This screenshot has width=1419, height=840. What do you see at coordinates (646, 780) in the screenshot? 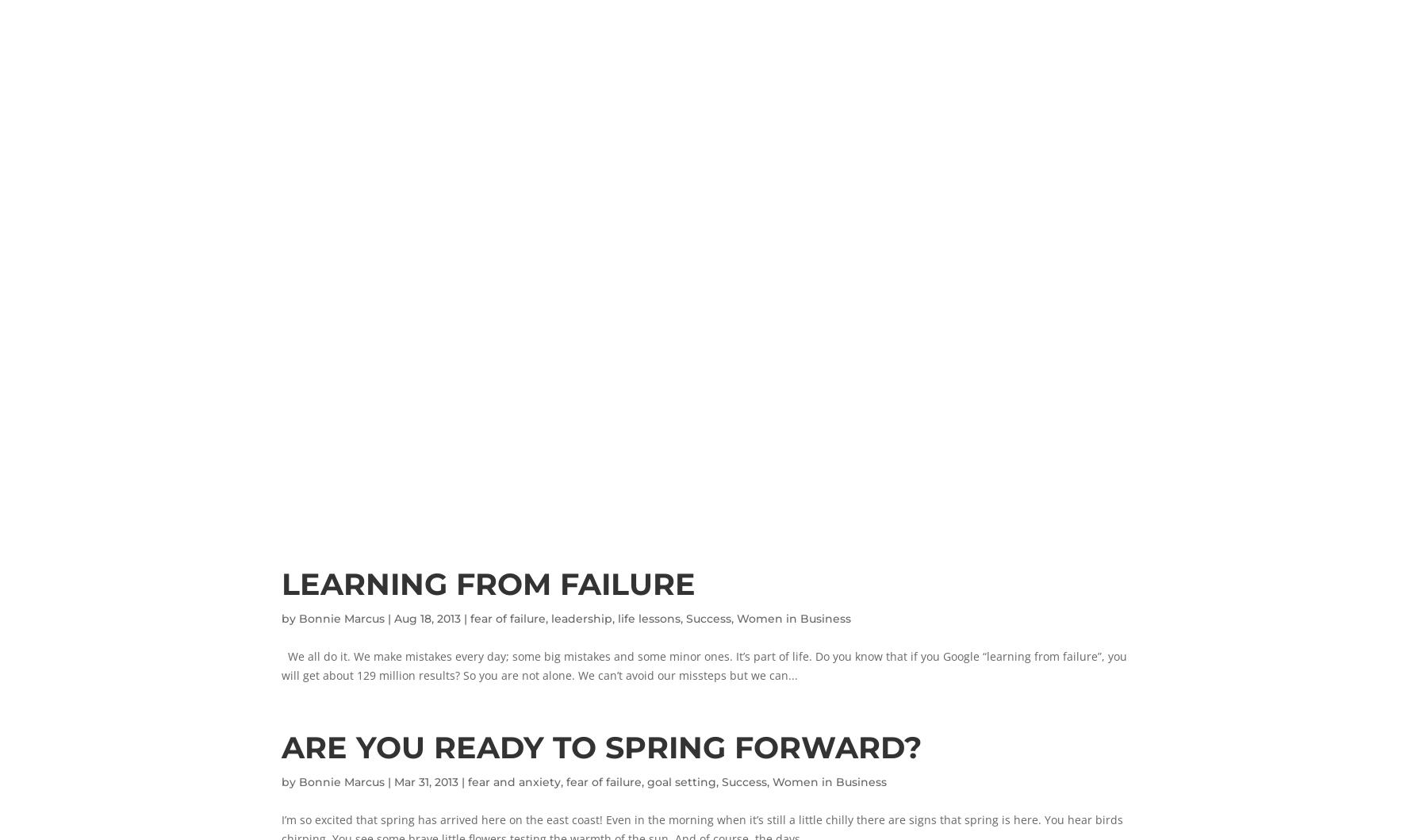
I see `'goal setting'` at bounding box center [646, 780].